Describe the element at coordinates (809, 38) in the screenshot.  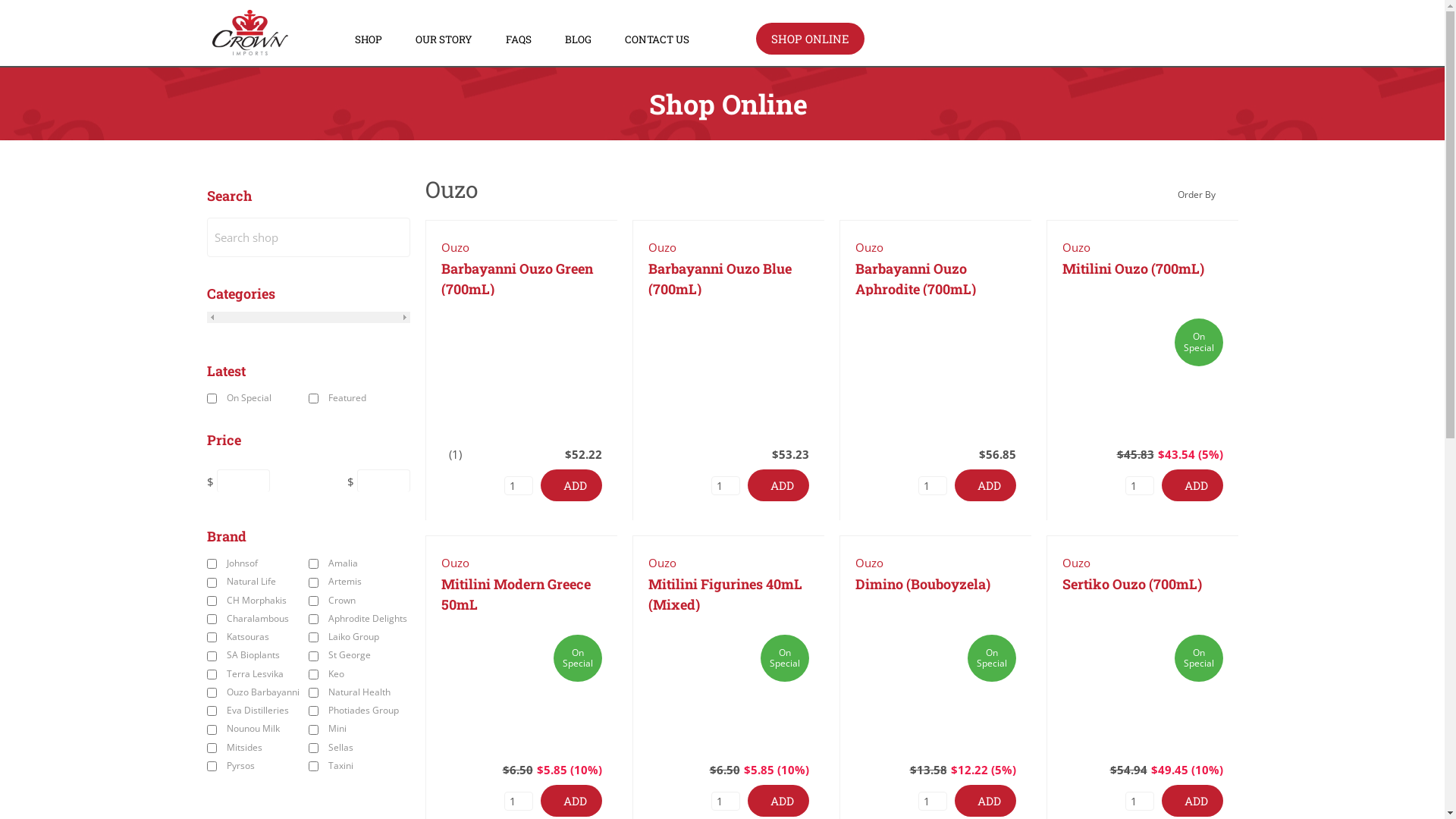
I see `'SHOP ONLINE'` at that location.